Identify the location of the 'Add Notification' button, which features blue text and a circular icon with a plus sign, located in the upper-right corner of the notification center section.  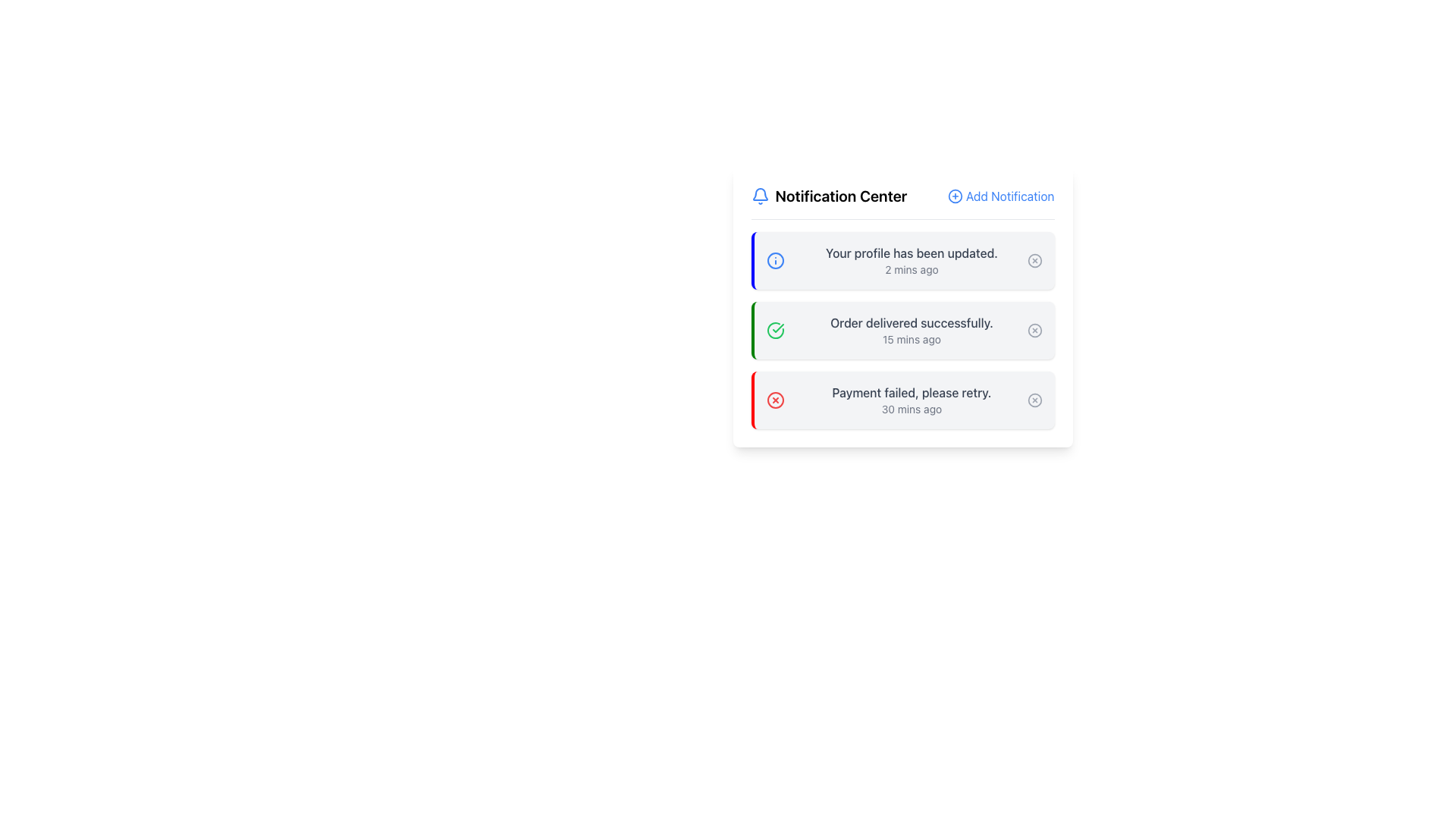
(1001, 195).